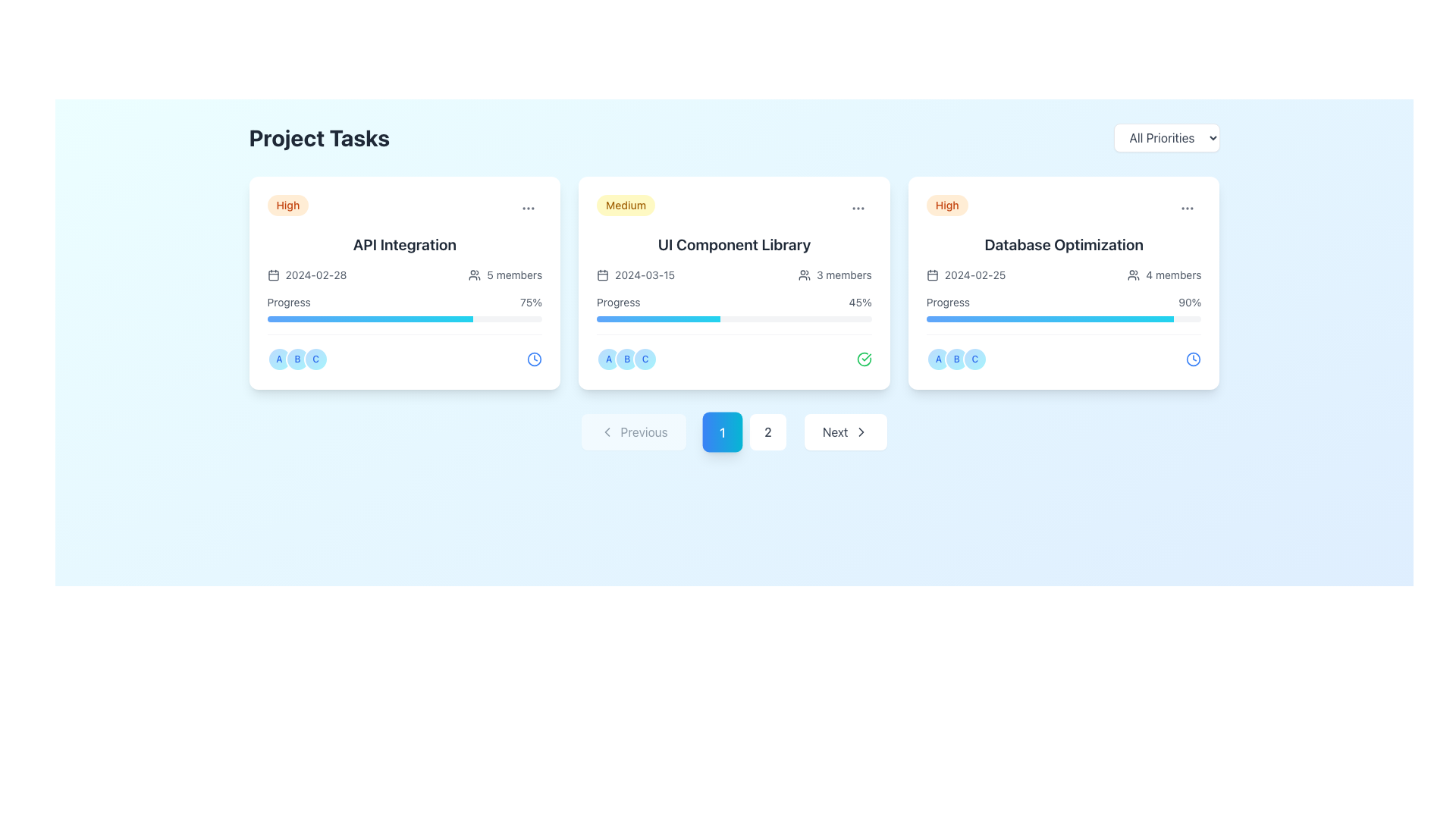 The image size is (1456, 819). I want to click on the 'Progress' text label, so click(289, 302).